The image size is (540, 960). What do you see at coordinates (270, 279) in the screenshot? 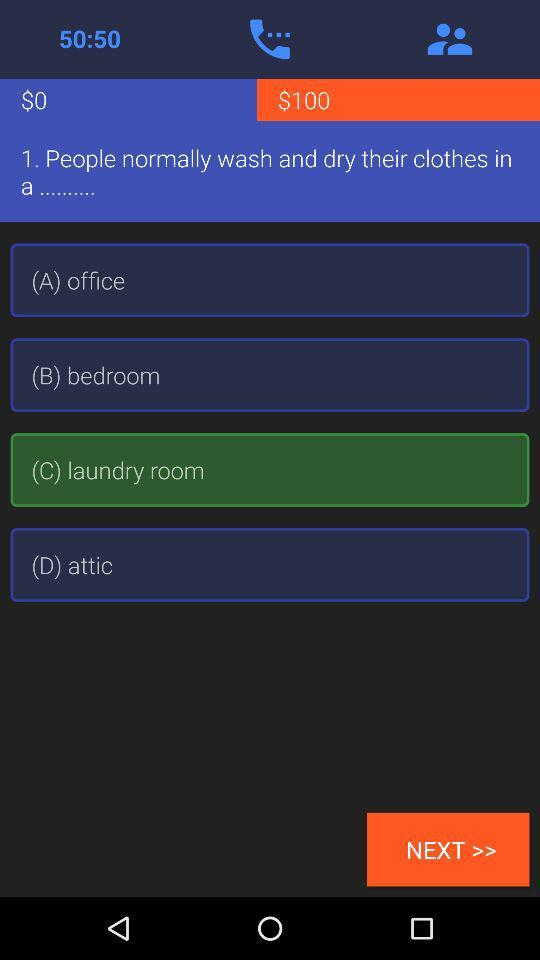
I see `icon below 1 people normally icon` at bounding box center [270, 279].